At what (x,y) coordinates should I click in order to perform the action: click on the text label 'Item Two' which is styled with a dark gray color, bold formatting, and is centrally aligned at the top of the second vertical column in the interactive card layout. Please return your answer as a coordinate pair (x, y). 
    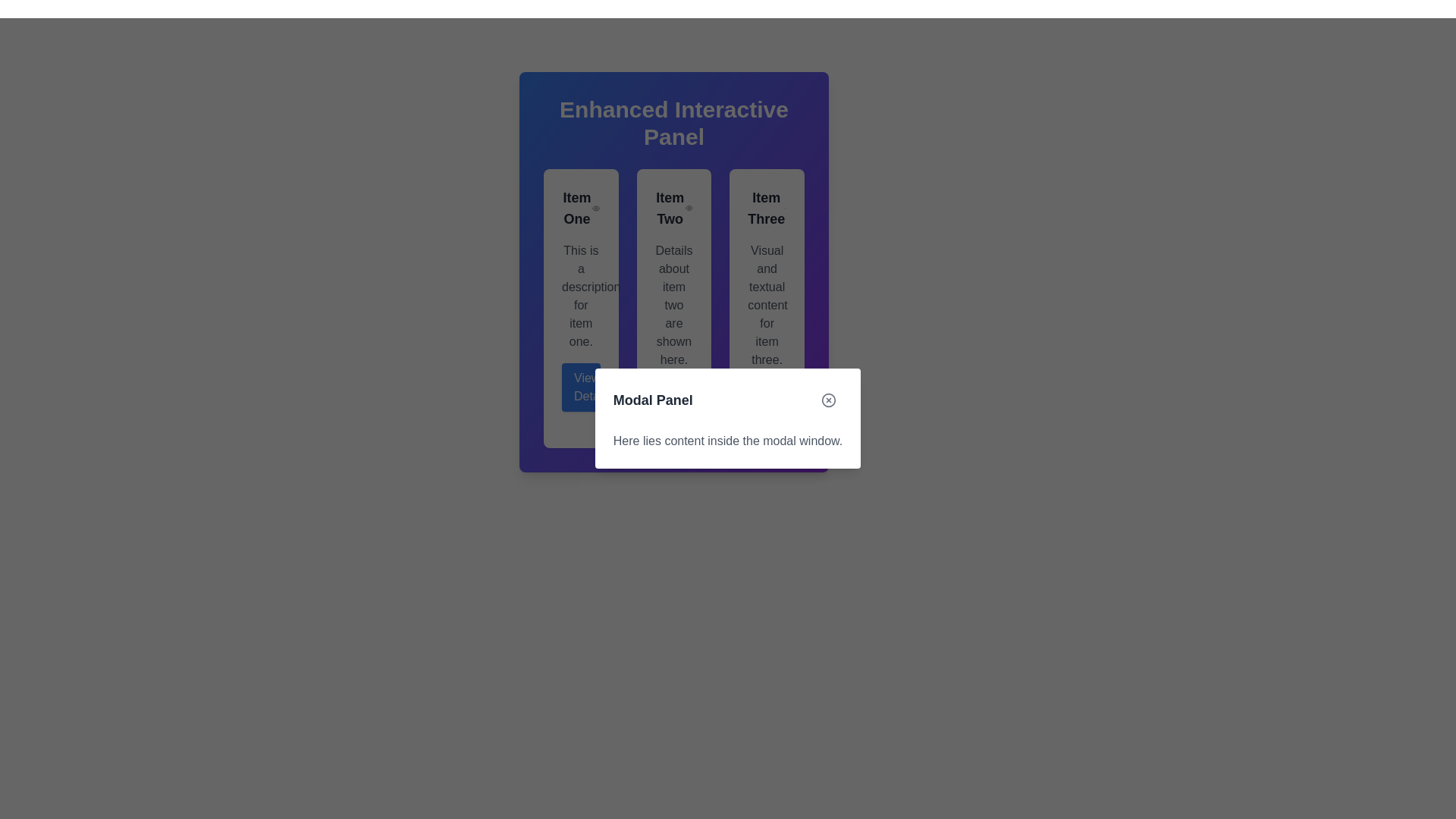
    Looking at the image, I should click on (669, 208).